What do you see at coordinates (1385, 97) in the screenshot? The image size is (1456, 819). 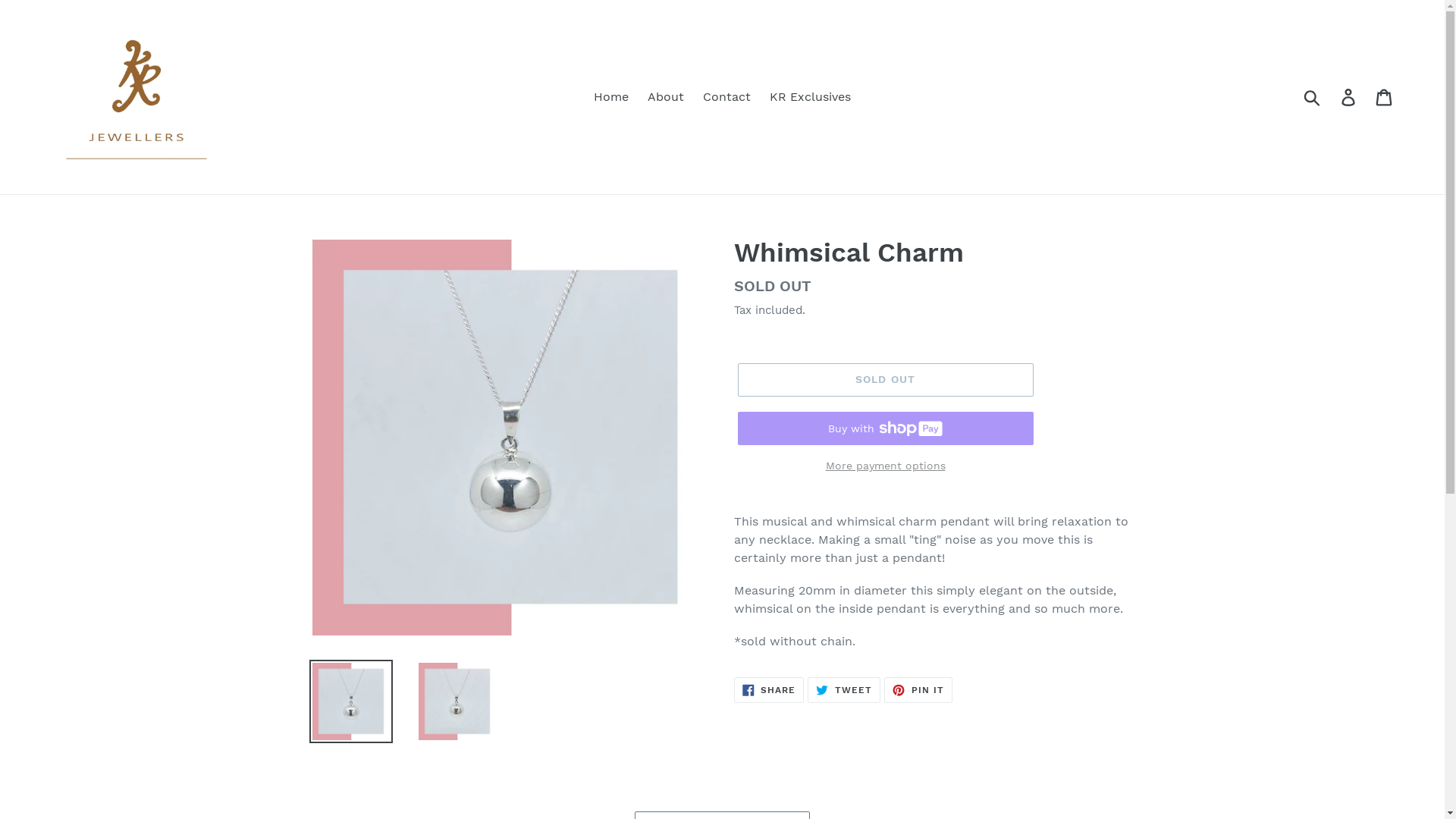 I see `'Cart'` at bounding box center [1385, 97].